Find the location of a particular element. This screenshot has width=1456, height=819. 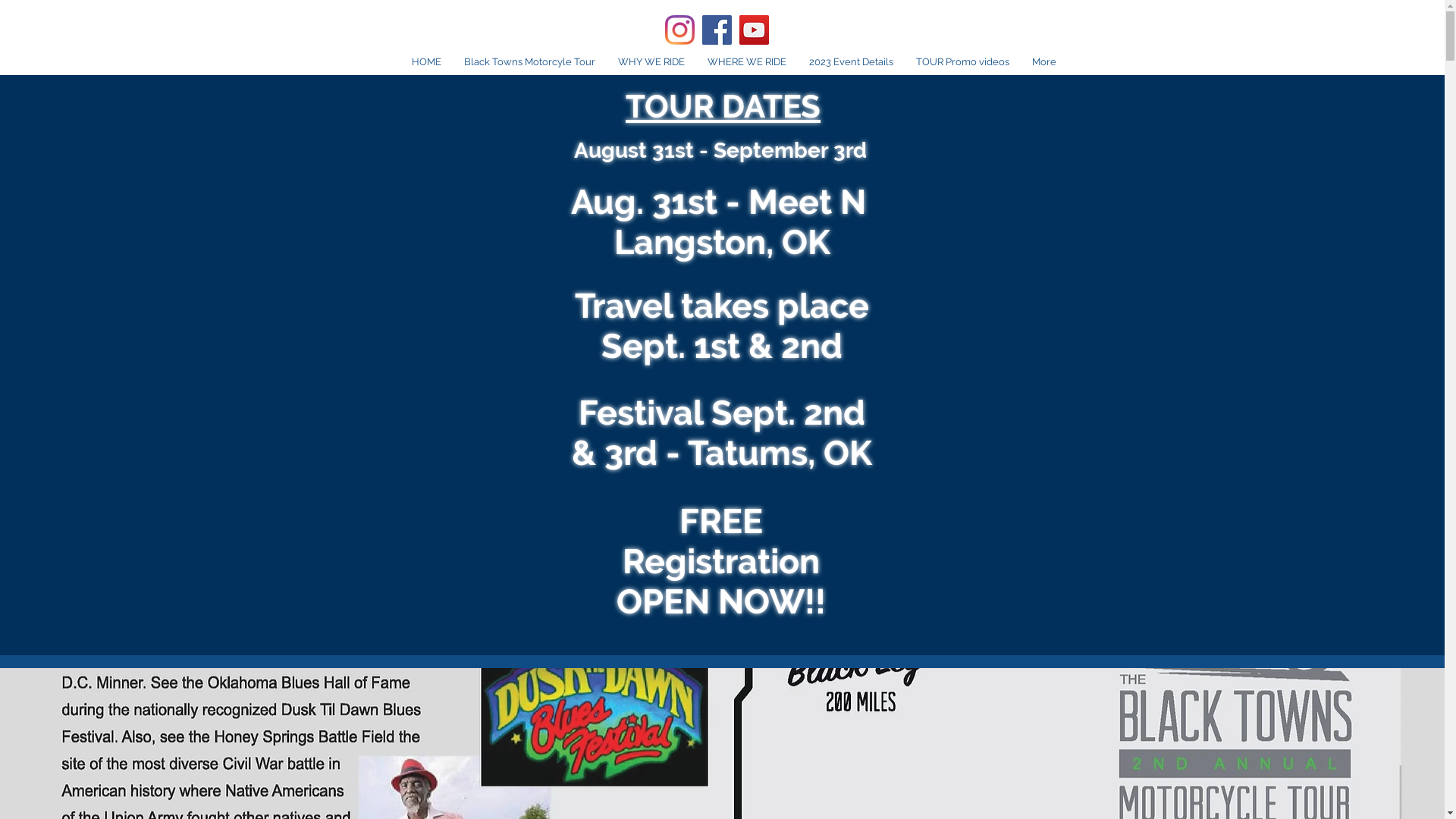

'Aug. 31st - Meet N  Langston, OK' is located at coordinates (720, 222).